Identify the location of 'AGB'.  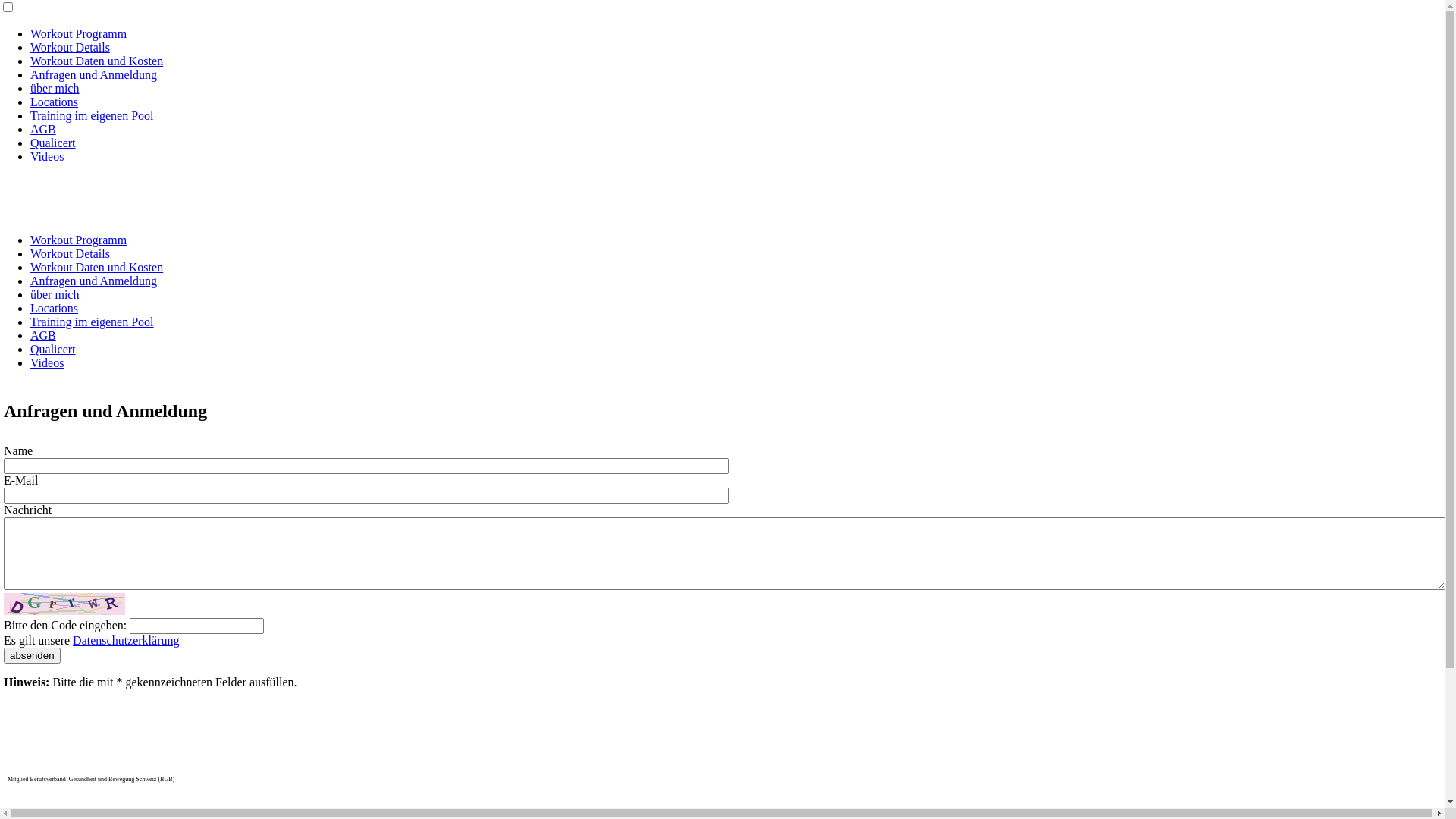
(43, 128).